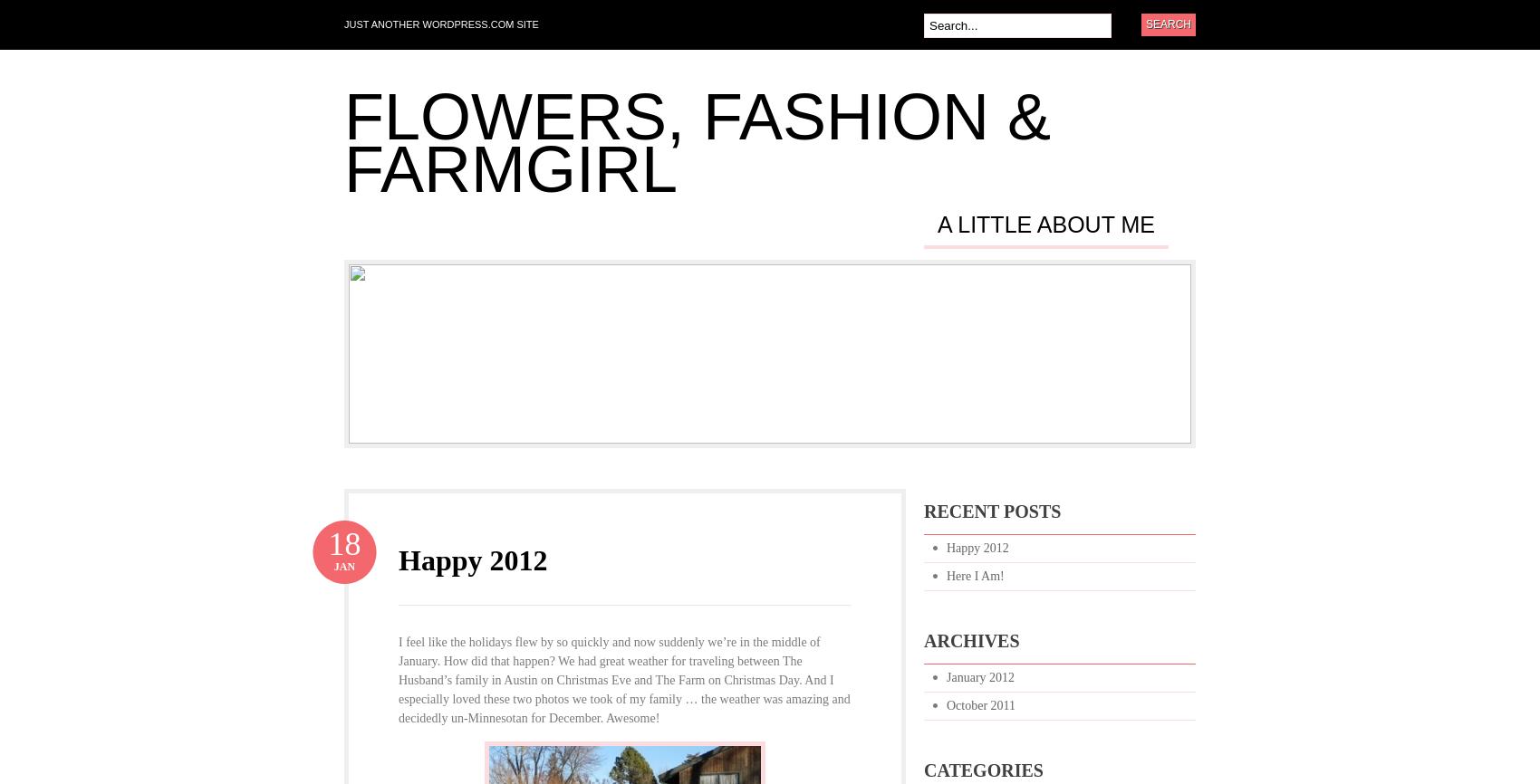 This screenshot has height=784, width=1540. I want to click on 'Categories', so click(983, 770).